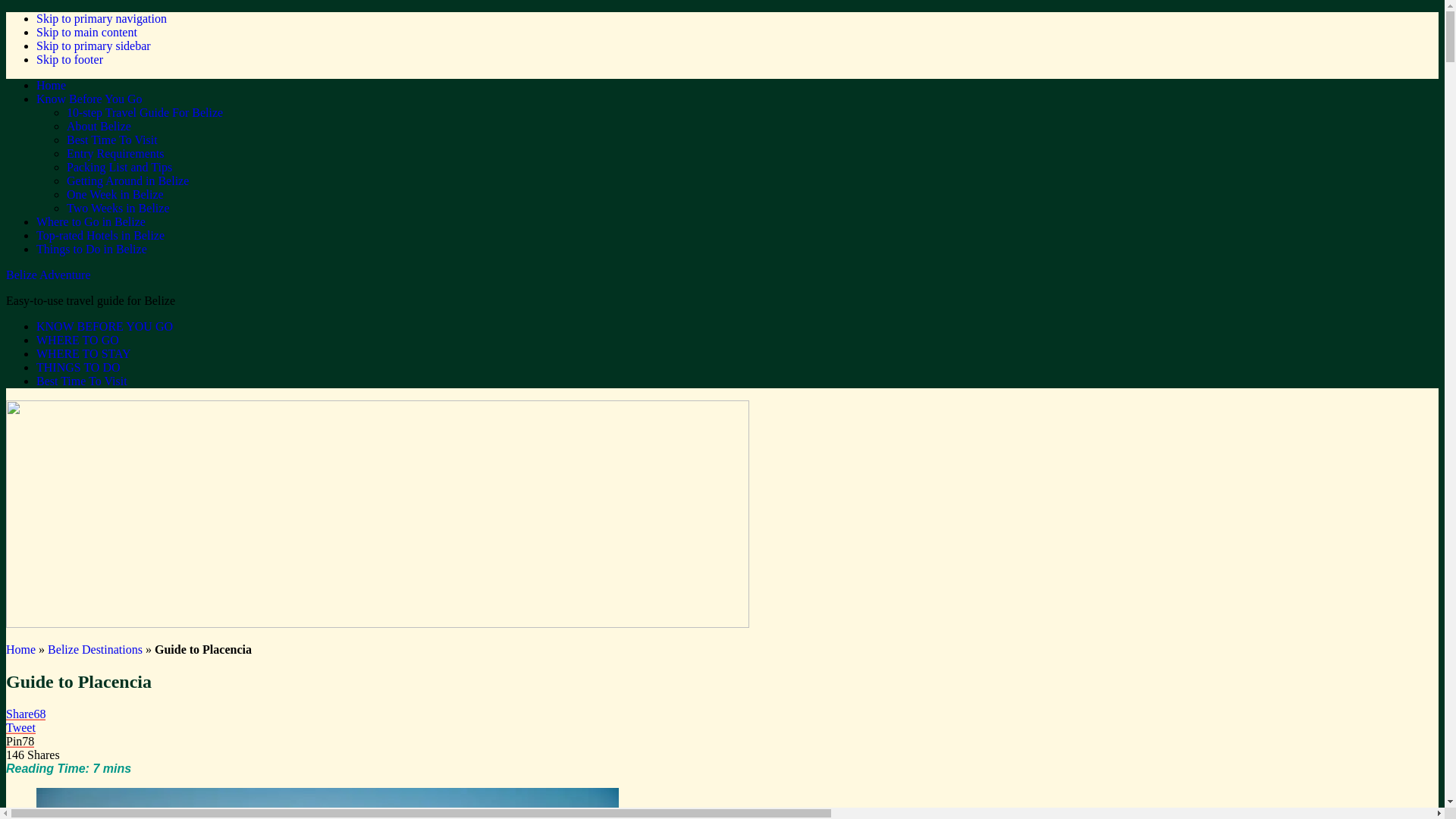  Describe the element at coordinates (20, 726) in the screenshot. I see `'Tweet'` at that location.